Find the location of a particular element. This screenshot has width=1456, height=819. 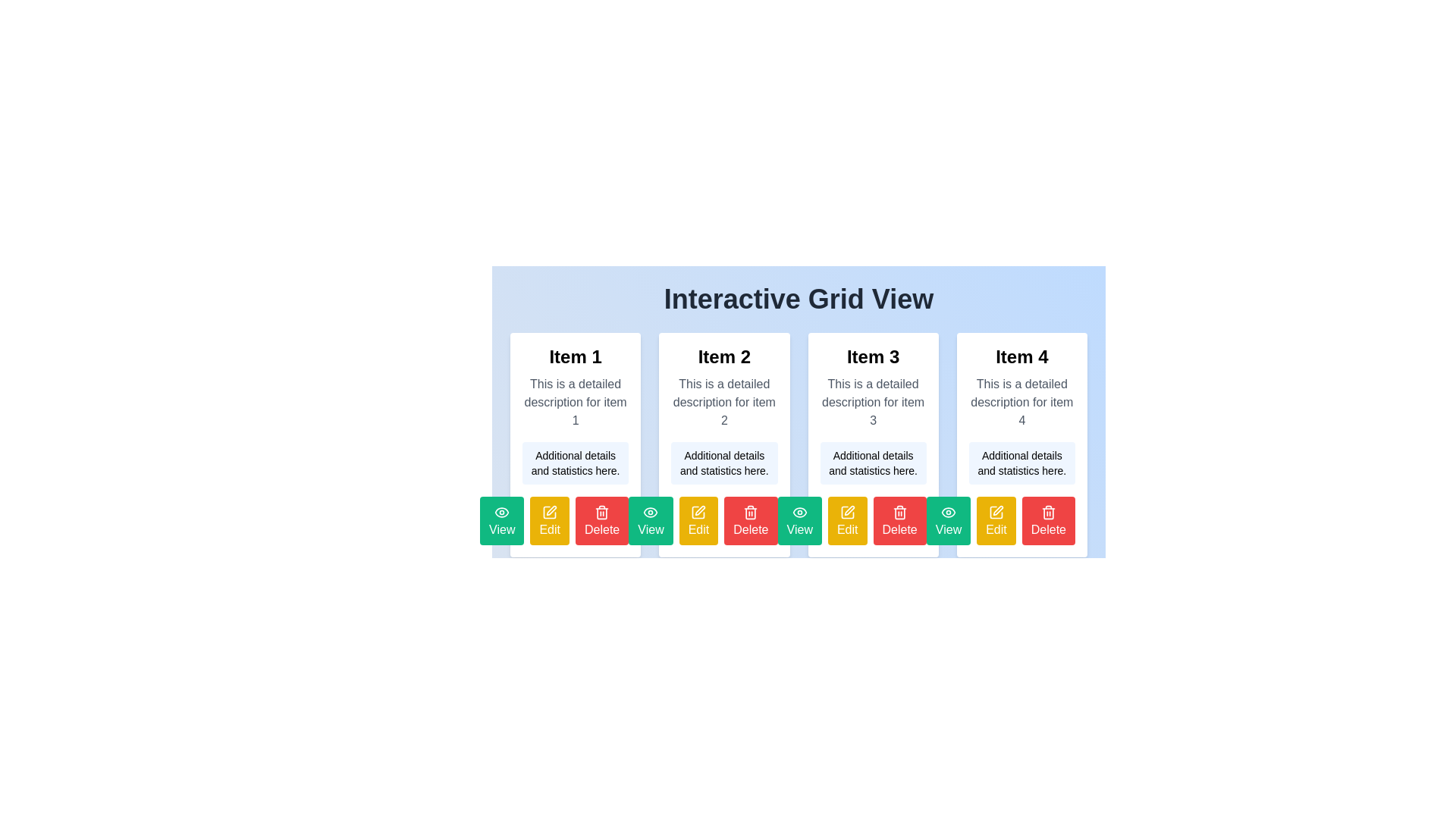

the eye icon within the 'View' button is located at coordinates (651, 512).